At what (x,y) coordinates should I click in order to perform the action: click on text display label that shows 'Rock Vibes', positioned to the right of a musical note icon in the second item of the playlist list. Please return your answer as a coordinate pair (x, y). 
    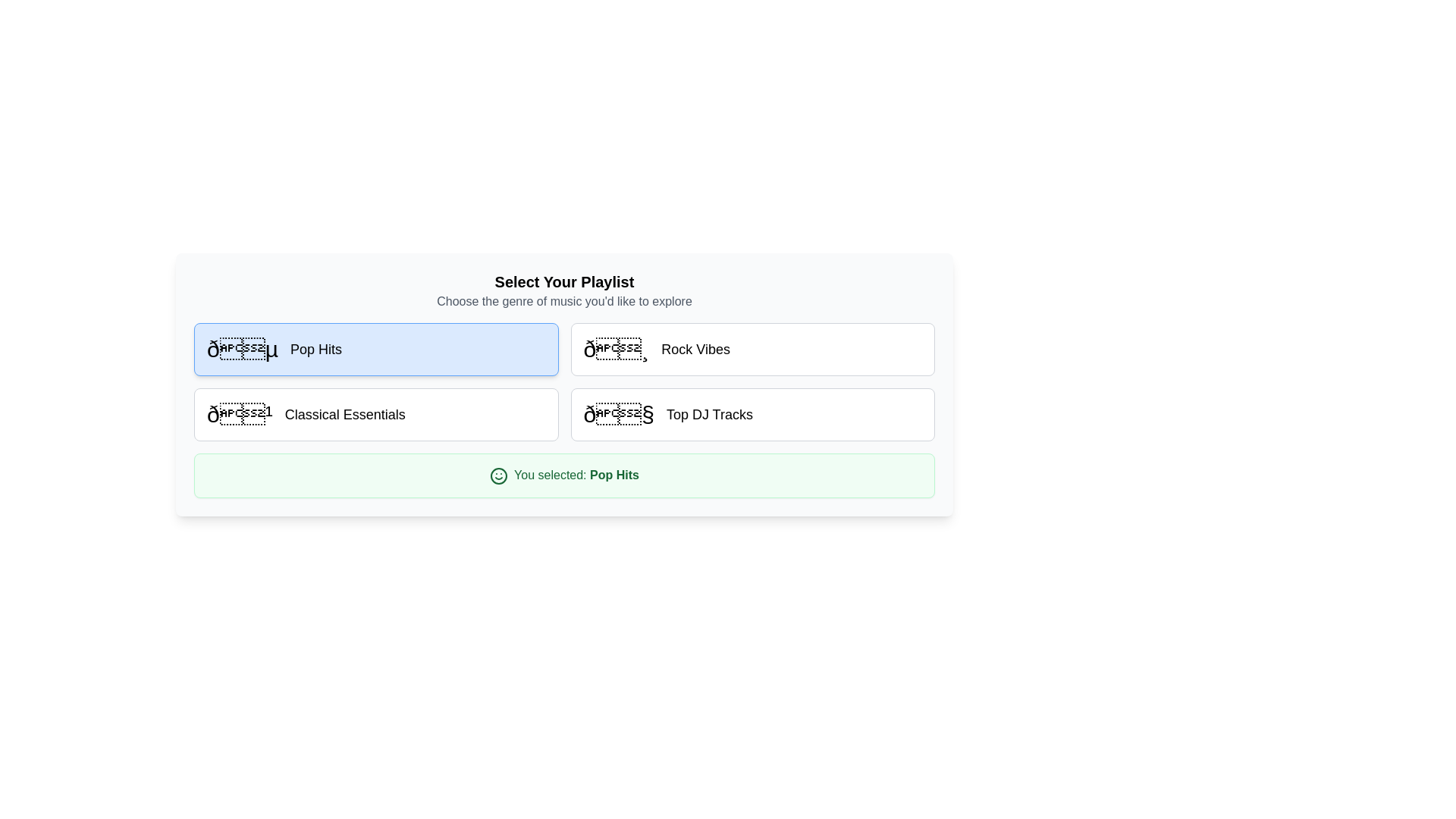
    Looking at the image, I should click on (695, 350).